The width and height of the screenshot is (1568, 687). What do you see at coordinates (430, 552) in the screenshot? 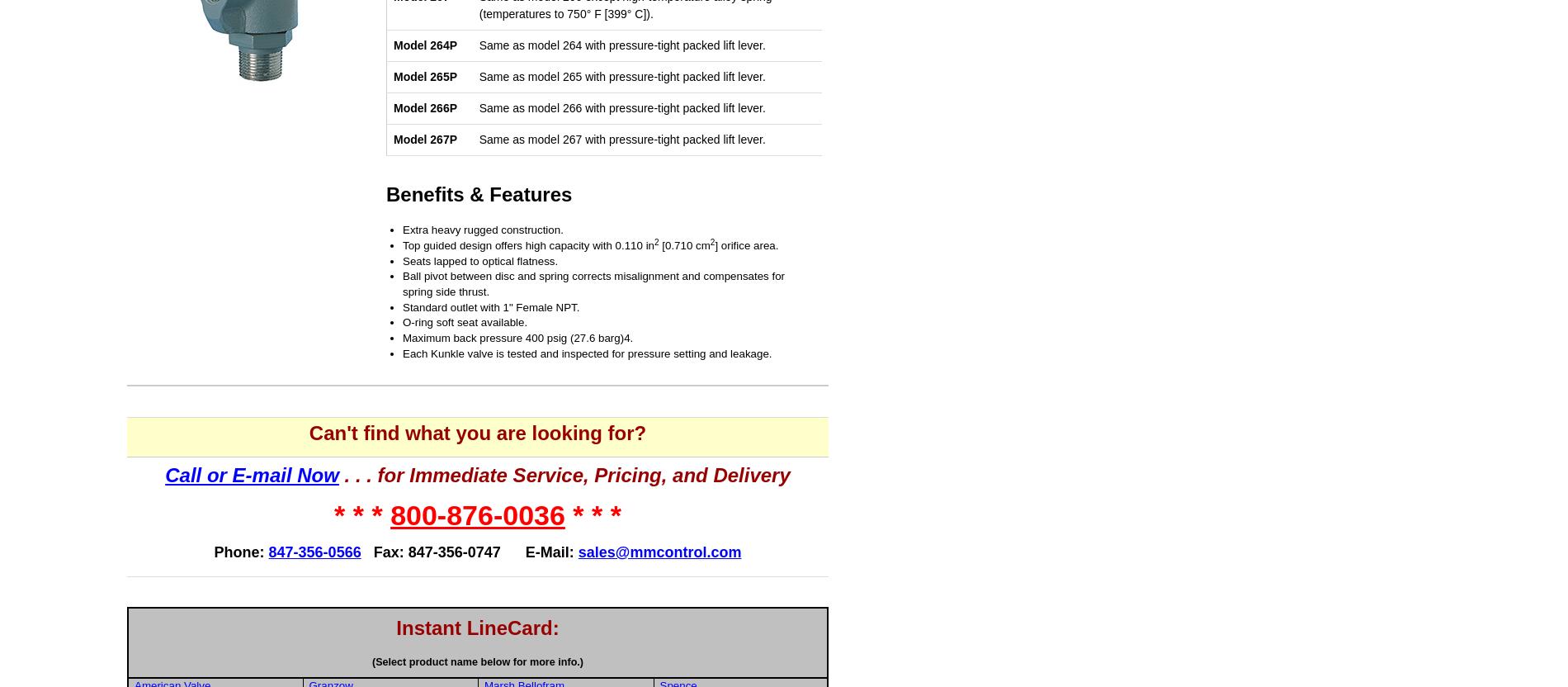
I see `'Fax: 847-356-0747'` at bounding box center [430, 552].